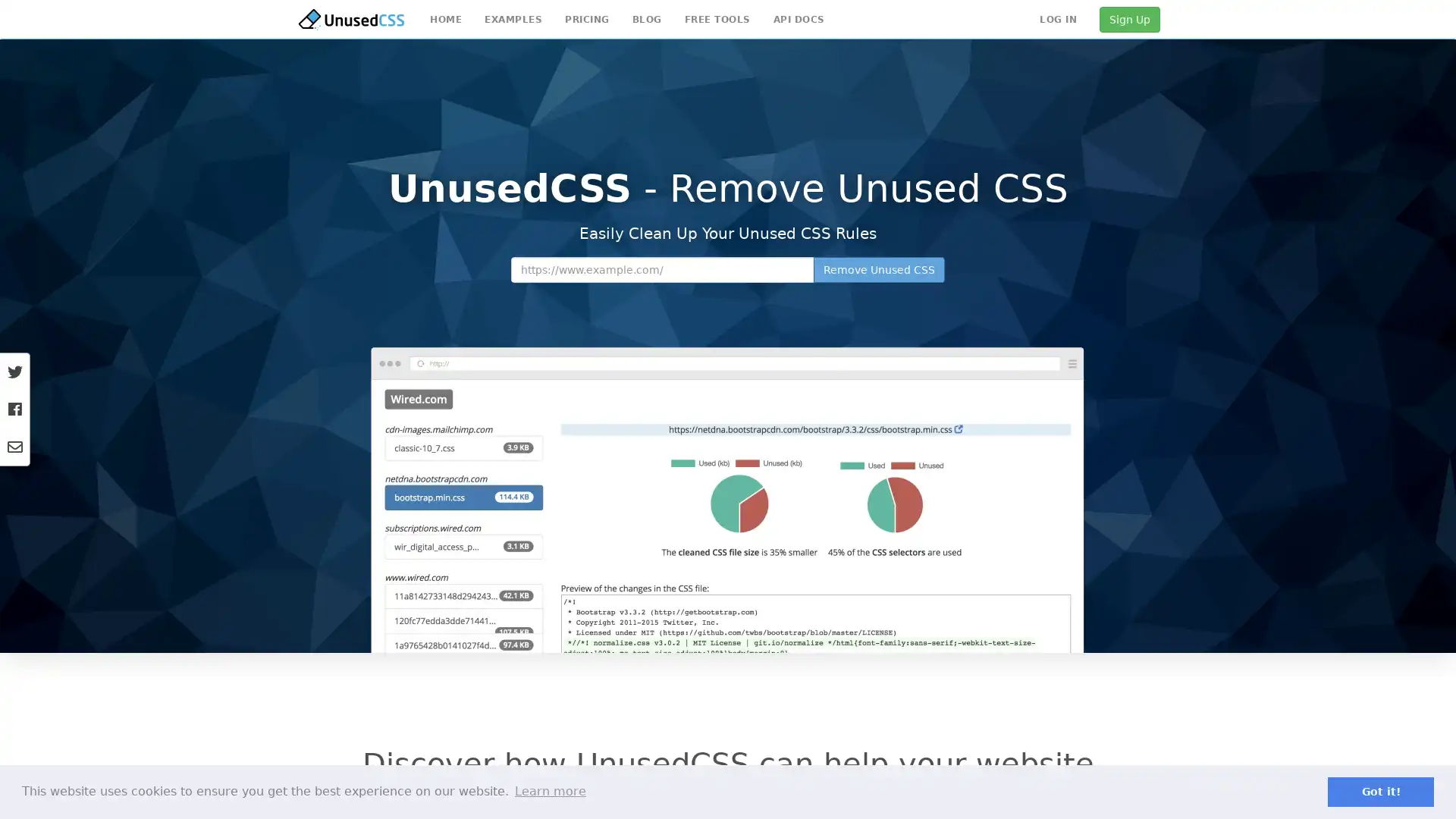  I want to click on Remove Unused CSS, so click(879, 268).